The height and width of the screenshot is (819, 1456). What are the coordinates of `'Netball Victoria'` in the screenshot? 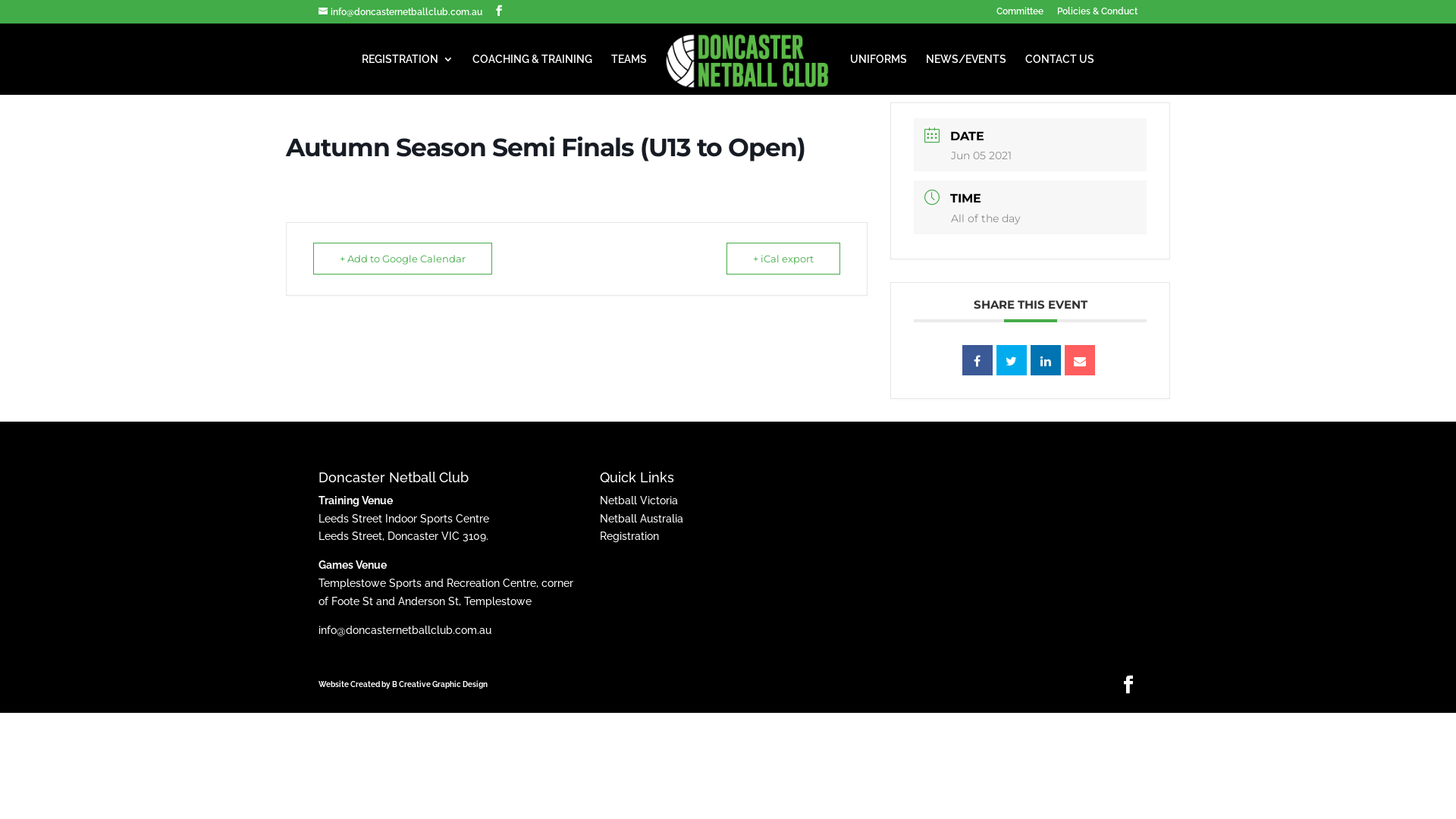 It's located at (639, 500).